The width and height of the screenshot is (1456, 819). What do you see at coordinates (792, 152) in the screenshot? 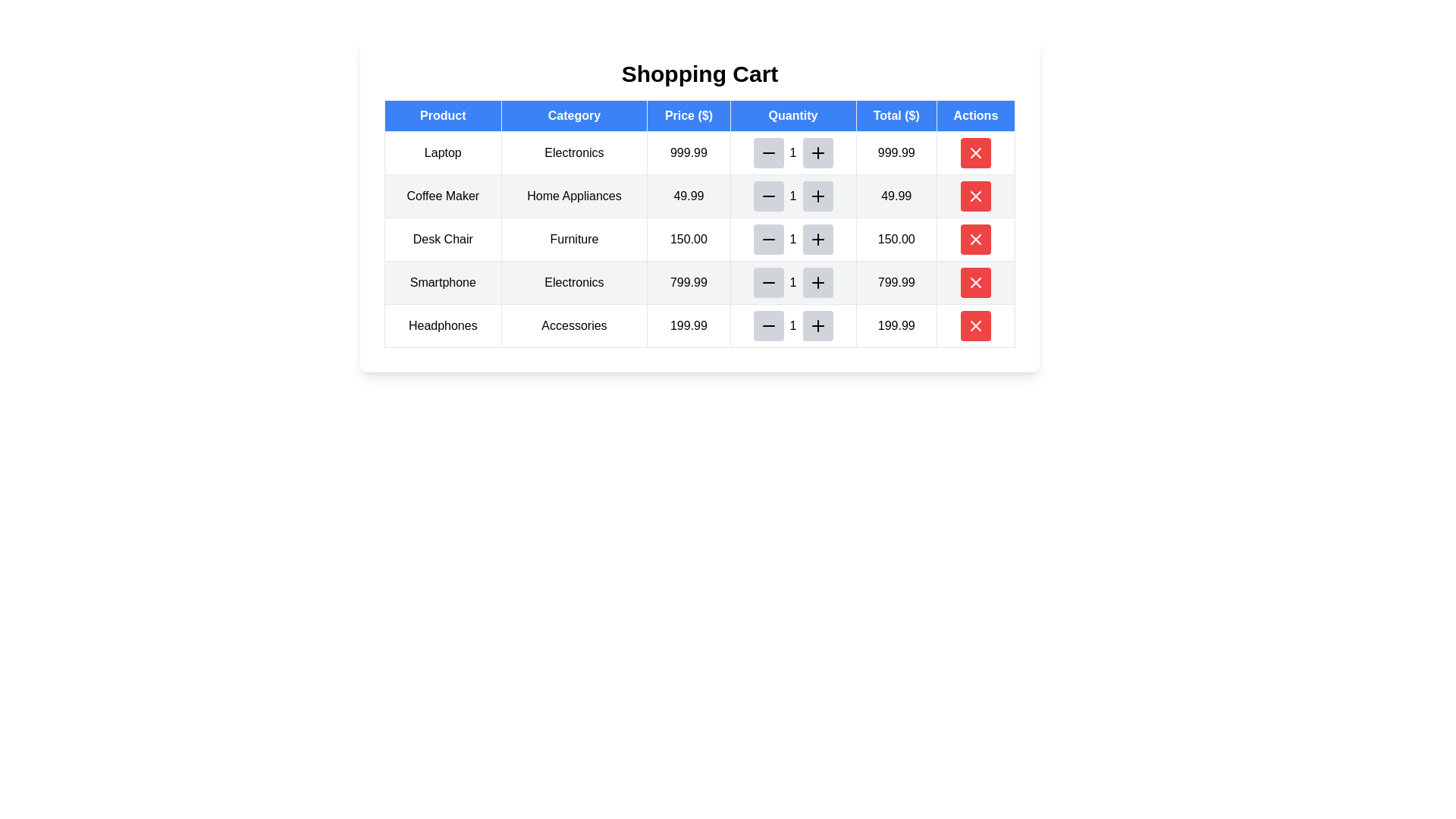
I see `the text display element showing the current quantity of the product 'Laptop' in the shopping cart to read its value` at bounding box center [792, 152].